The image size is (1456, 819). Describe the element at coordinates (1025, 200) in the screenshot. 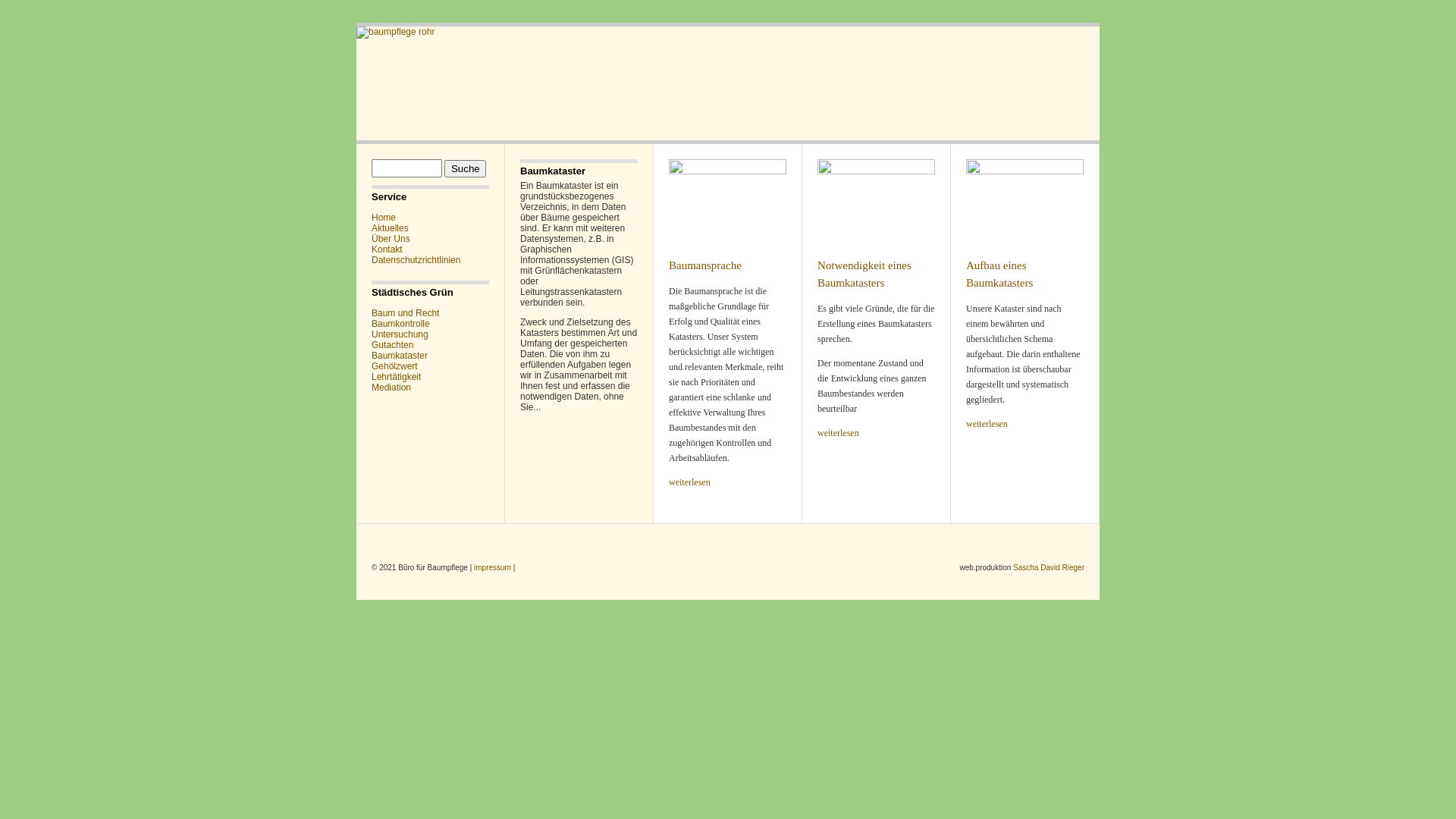

I see `'Aufbau eines Baumkatasters'` at that location.